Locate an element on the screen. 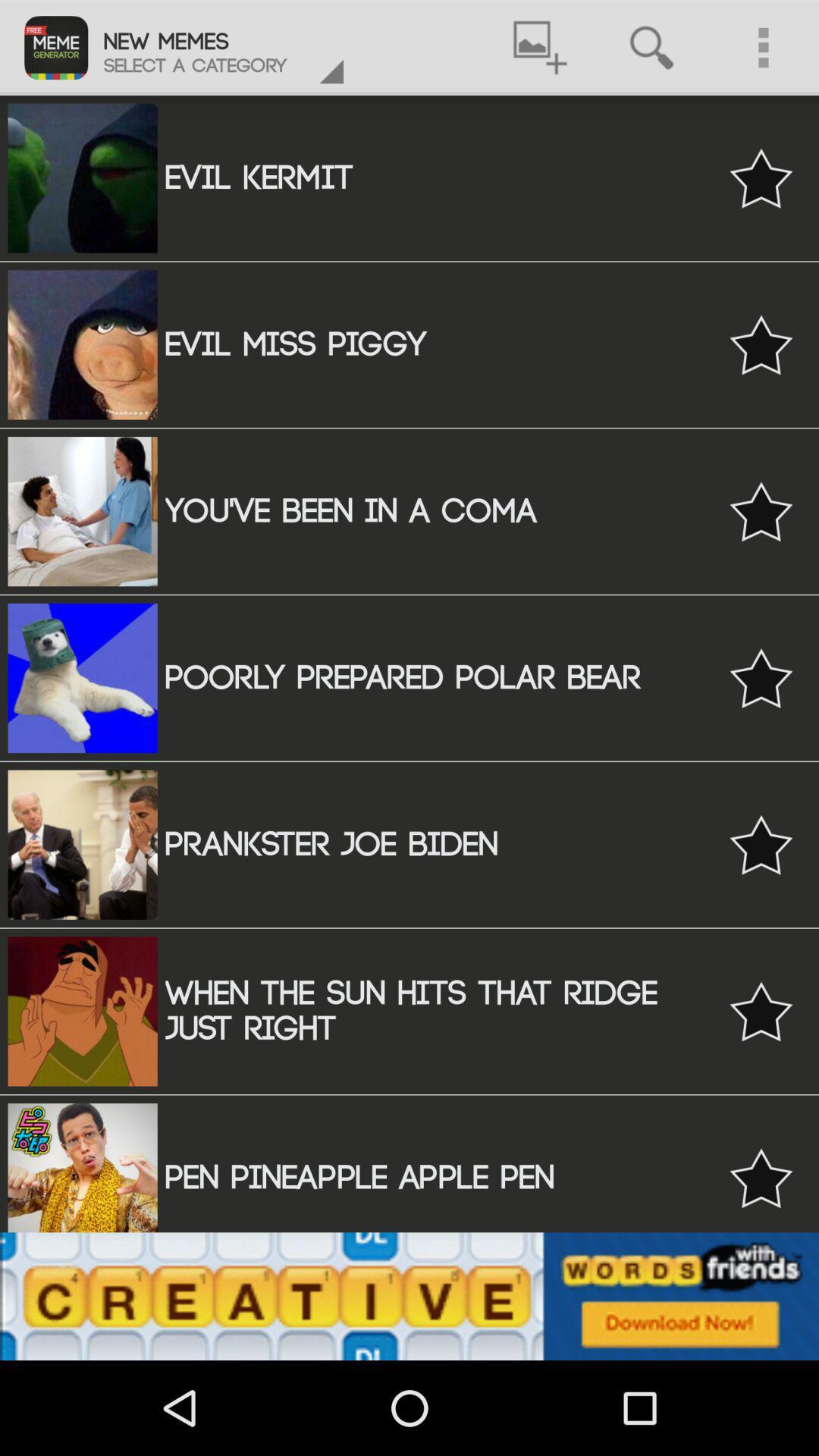 The width and height of the screenshot is (819, 1456). to favorite is located at coordinates (761, 1011).